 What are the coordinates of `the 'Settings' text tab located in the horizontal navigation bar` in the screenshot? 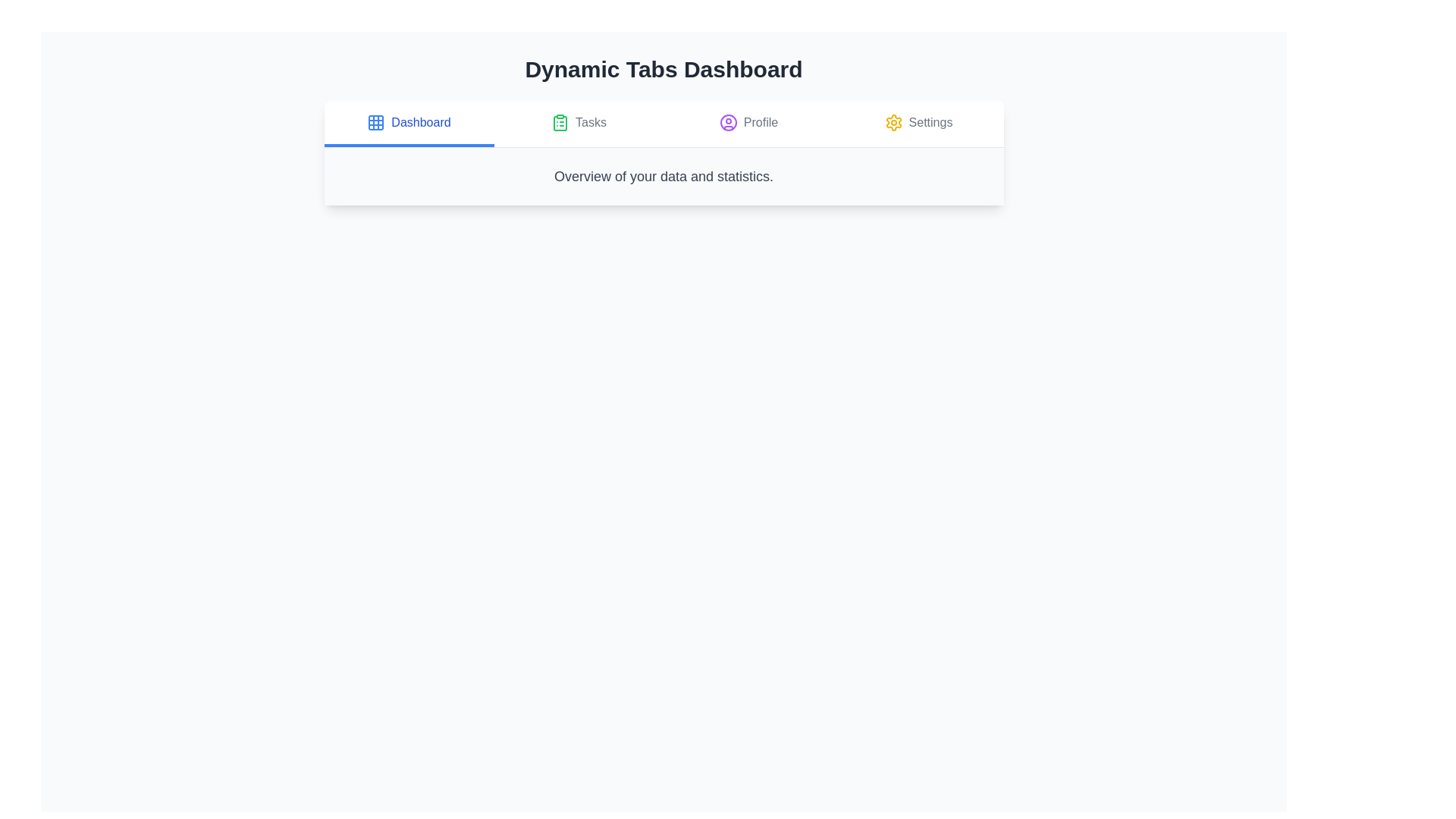 It's located at (930, 122).